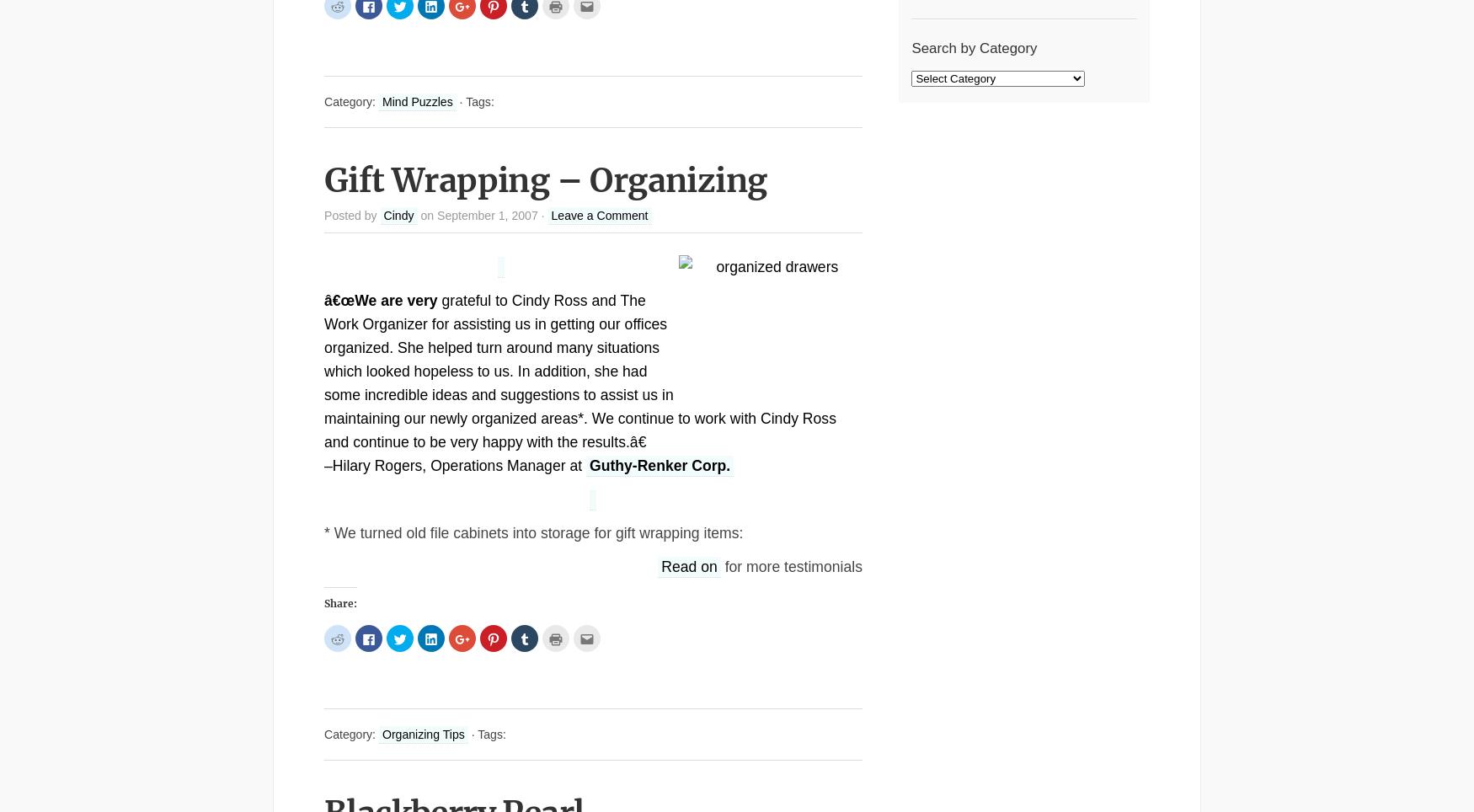 The width and height of the screenshot is (1474, 812). Describe the element at coordinates (658, 466) in the screenshot. I see `'Guthy-Renker Corp.'` at that location.